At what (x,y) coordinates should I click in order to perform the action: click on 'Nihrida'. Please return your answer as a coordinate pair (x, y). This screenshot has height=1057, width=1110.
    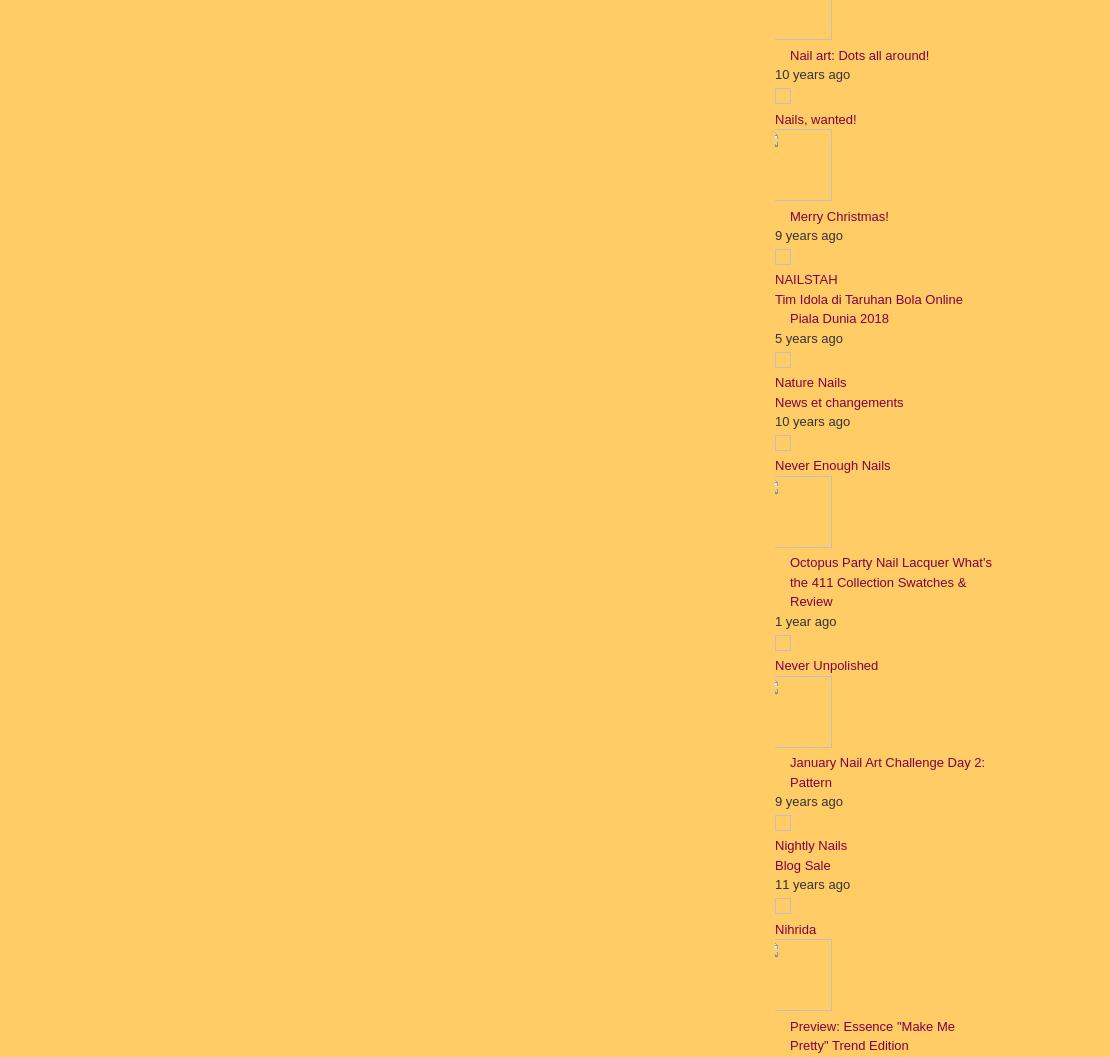
    Looking at the image, I should click on (795, 928).